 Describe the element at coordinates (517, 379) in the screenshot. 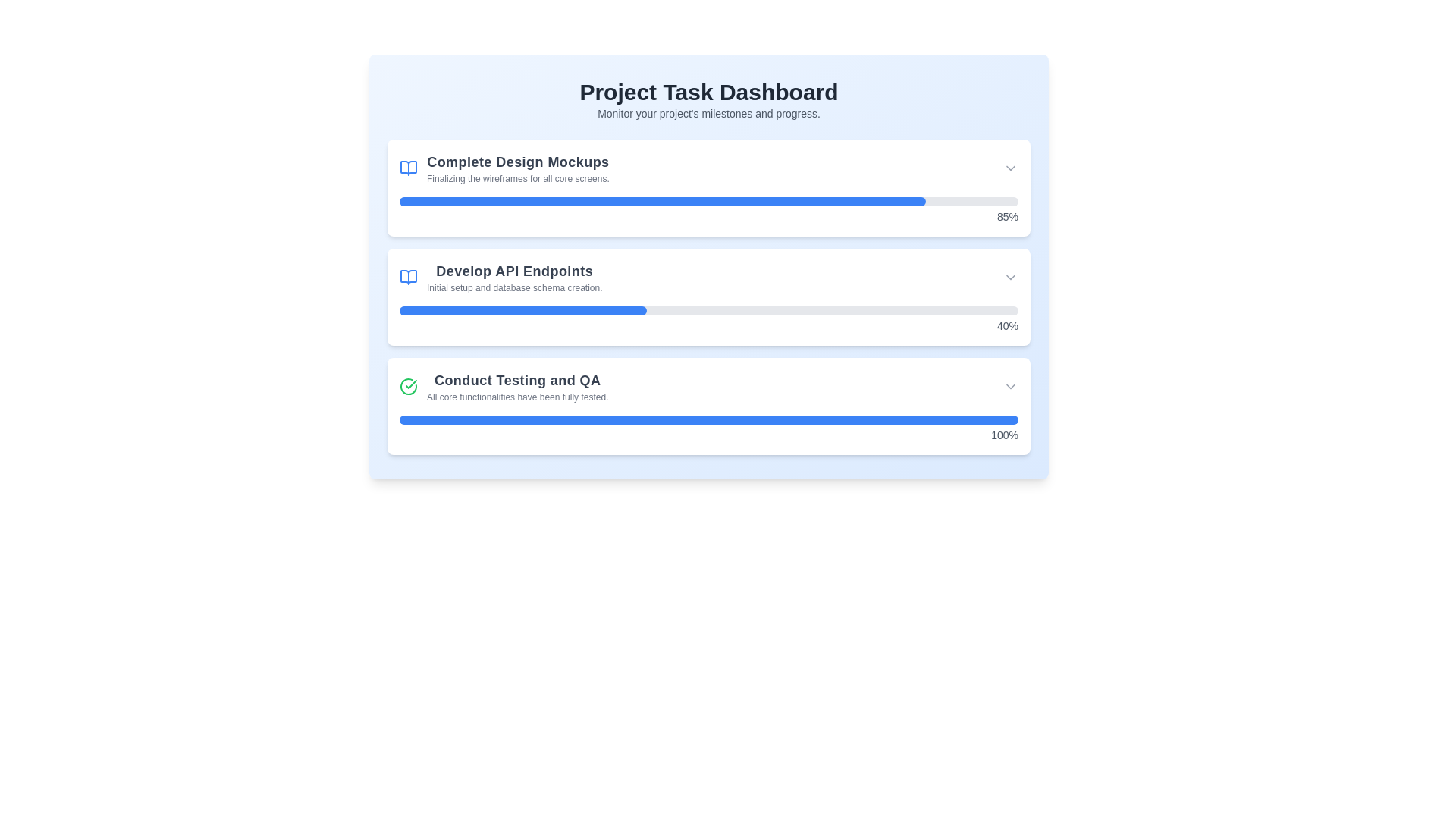

I see `the Text Label displaying 'Conduct Testing and QA', which is prominently positioned as a heading in bold gray font above the text 'All core functionalities have been fully tested'` at that location.